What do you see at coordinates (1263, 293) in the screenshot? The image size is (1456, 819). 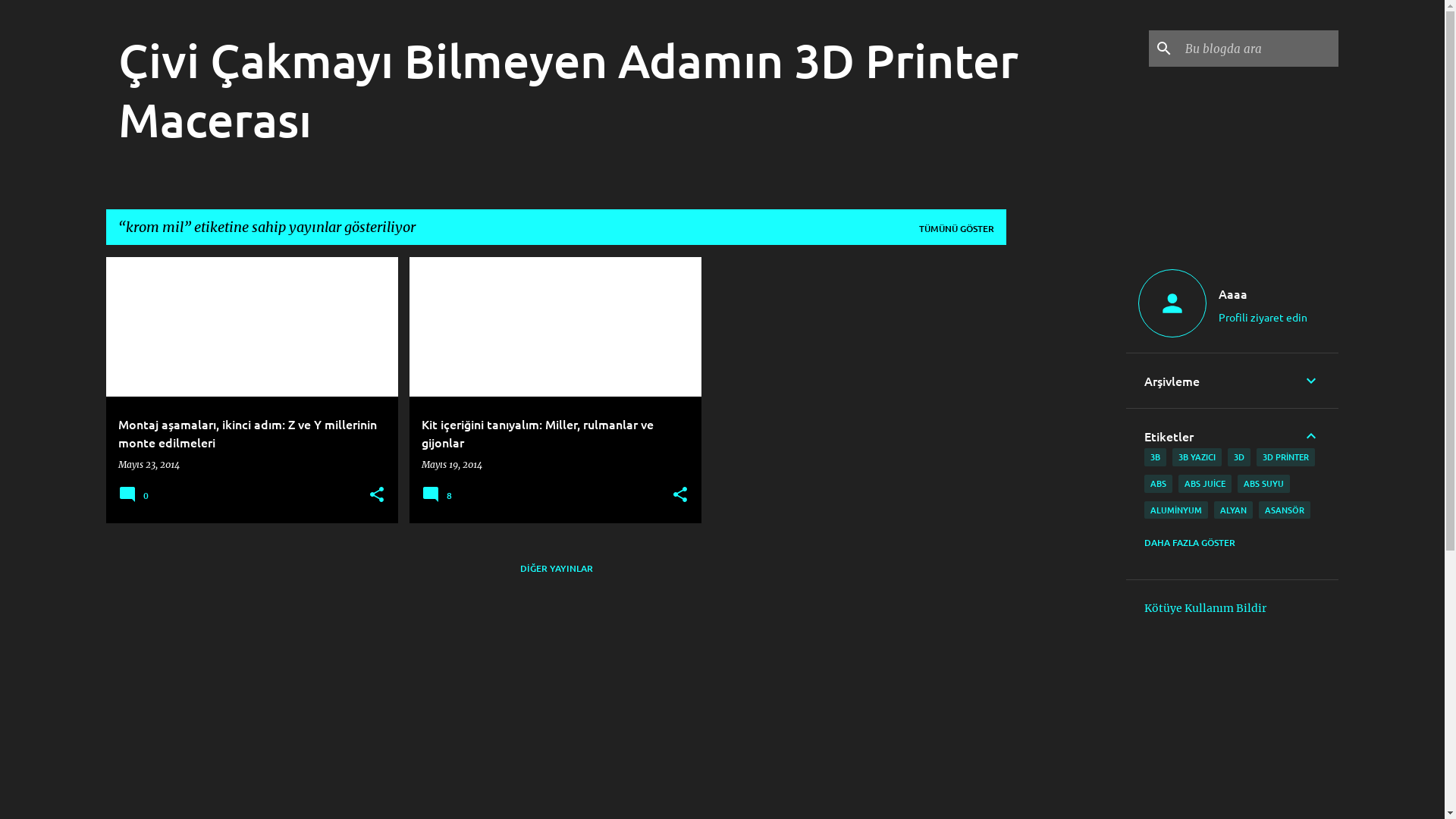 I see `'Aaaa'` at bounding box center [1263, 293].